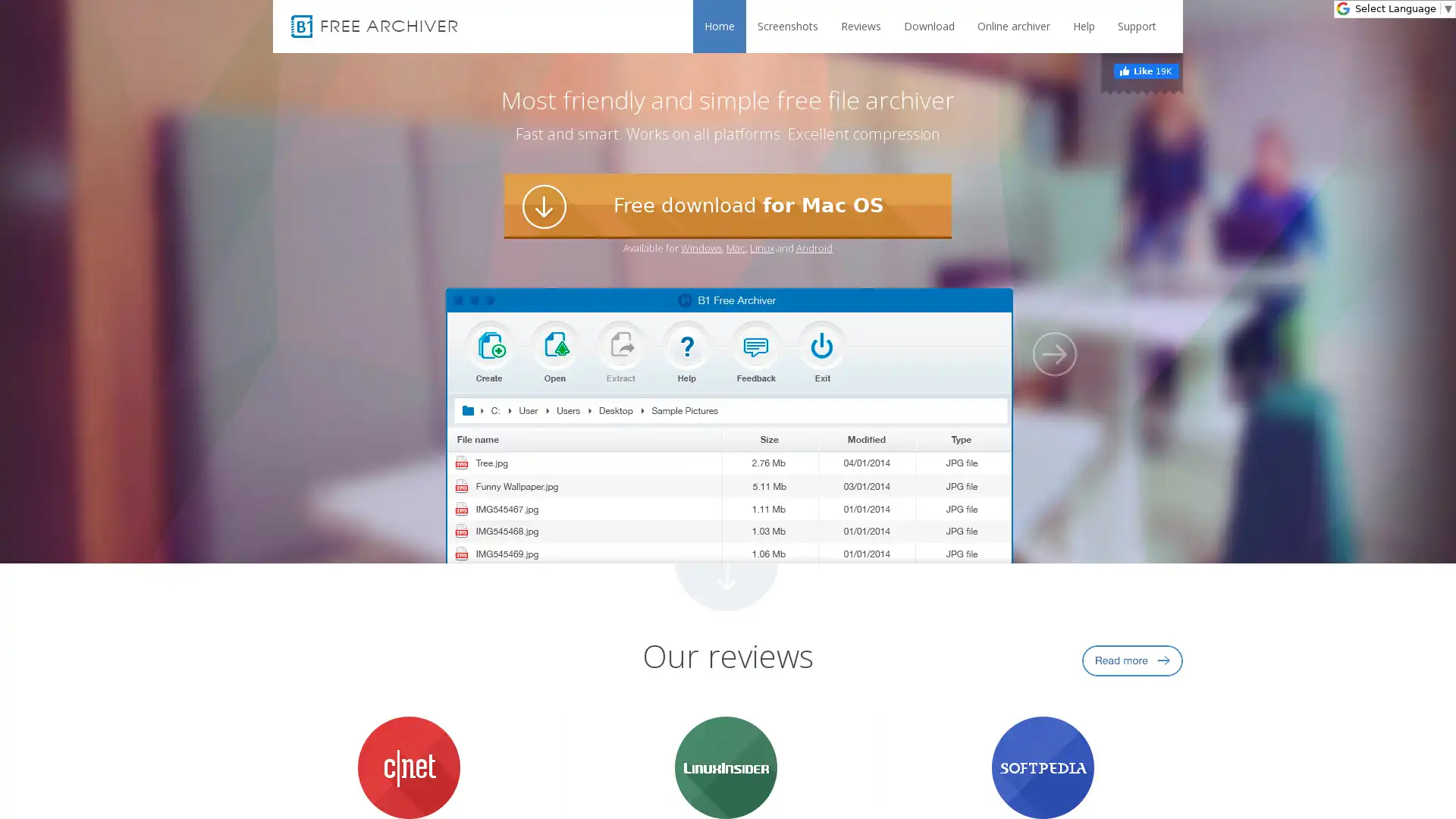  I want to click on Free download for Mac OS, so click(728, 206).